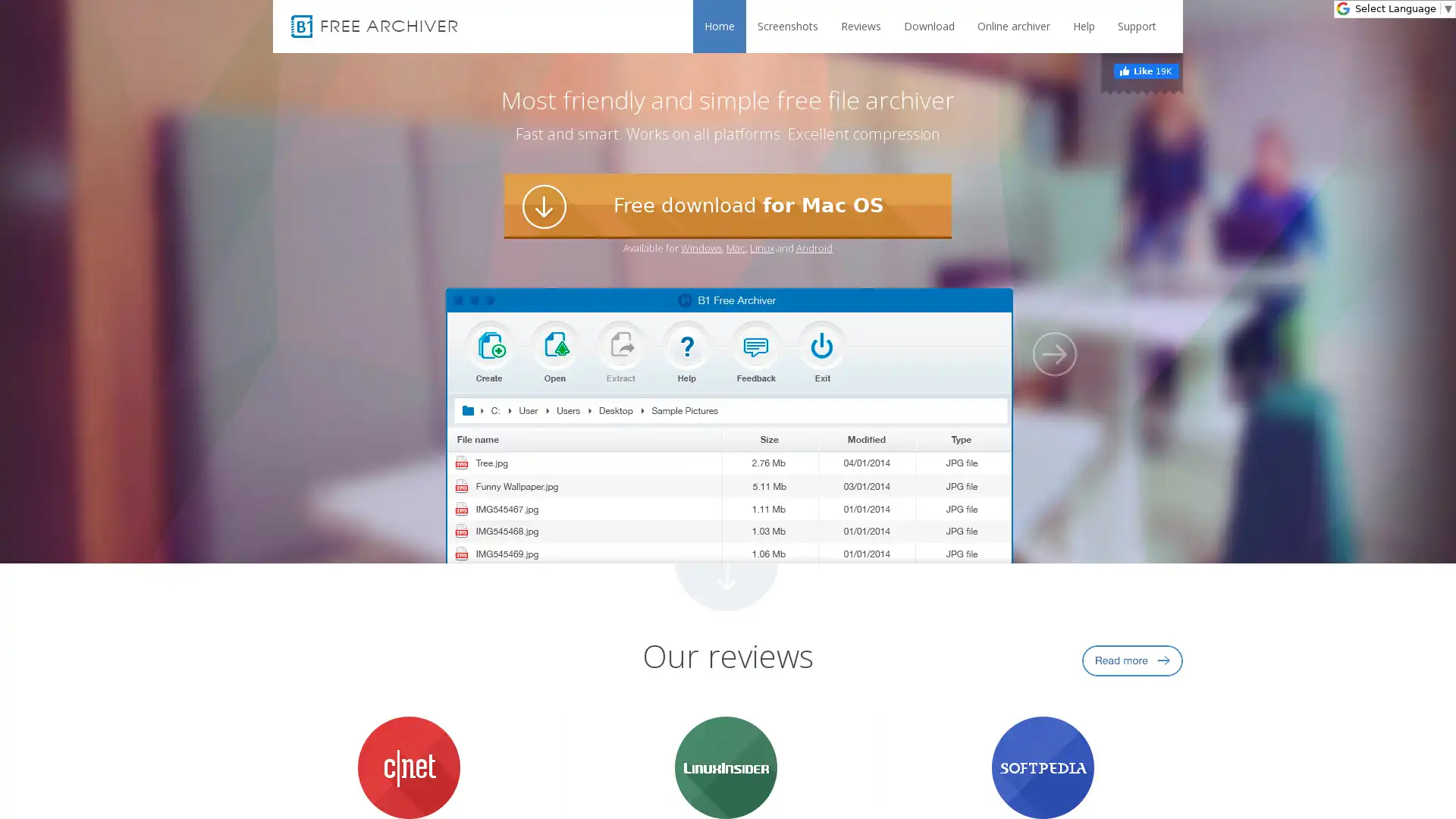  I want to click on Free download for Mac OS, so click(728, 206).